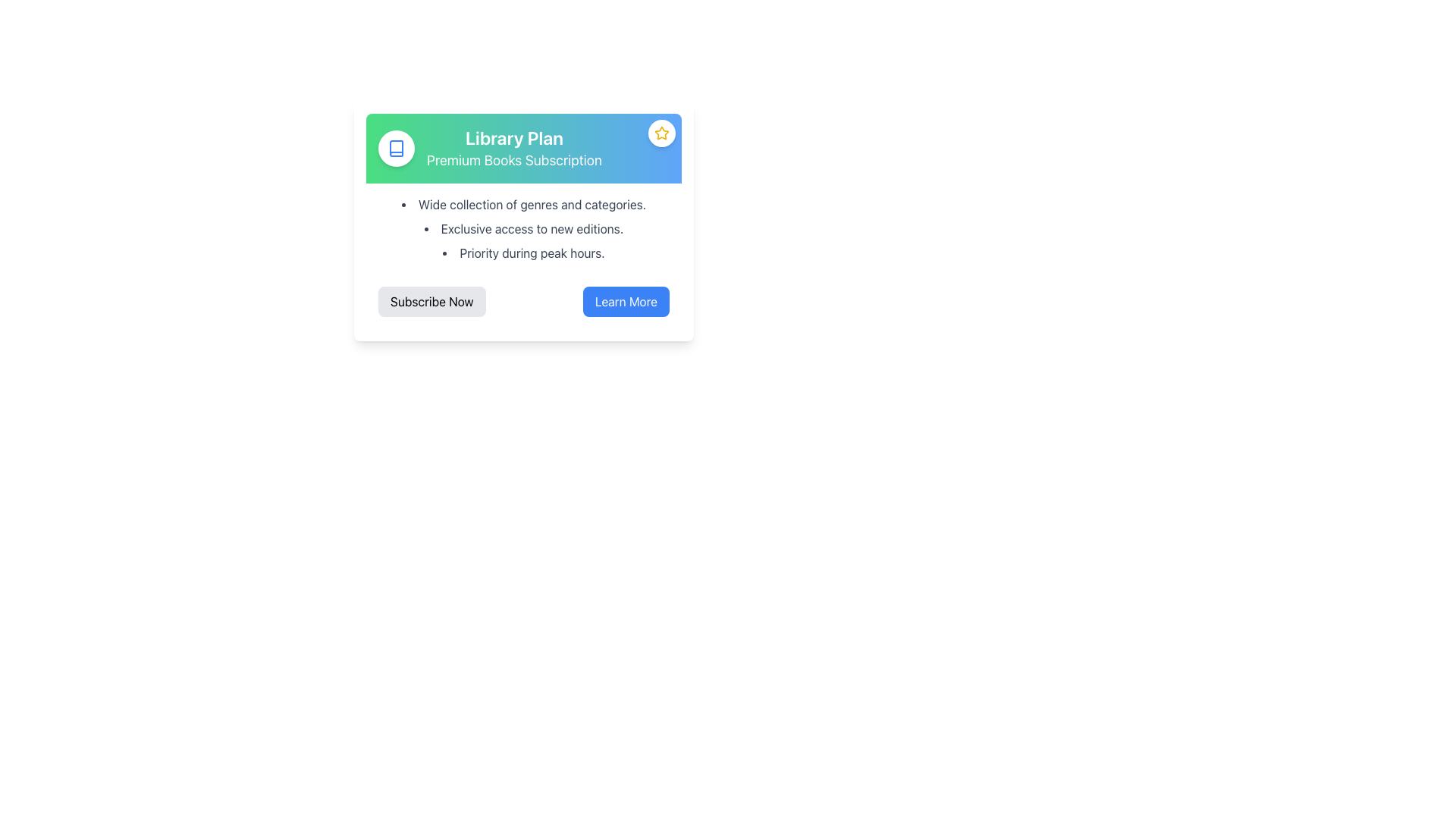 The width and height of the screenshot is (1456, 819). What do you see at coordinates (662, 132) in the screenshot?
I see `the star icon located in the upper-right corner of the card layout, which serves as an interactive indicator or decorative element` at bounding box center [662, 132].